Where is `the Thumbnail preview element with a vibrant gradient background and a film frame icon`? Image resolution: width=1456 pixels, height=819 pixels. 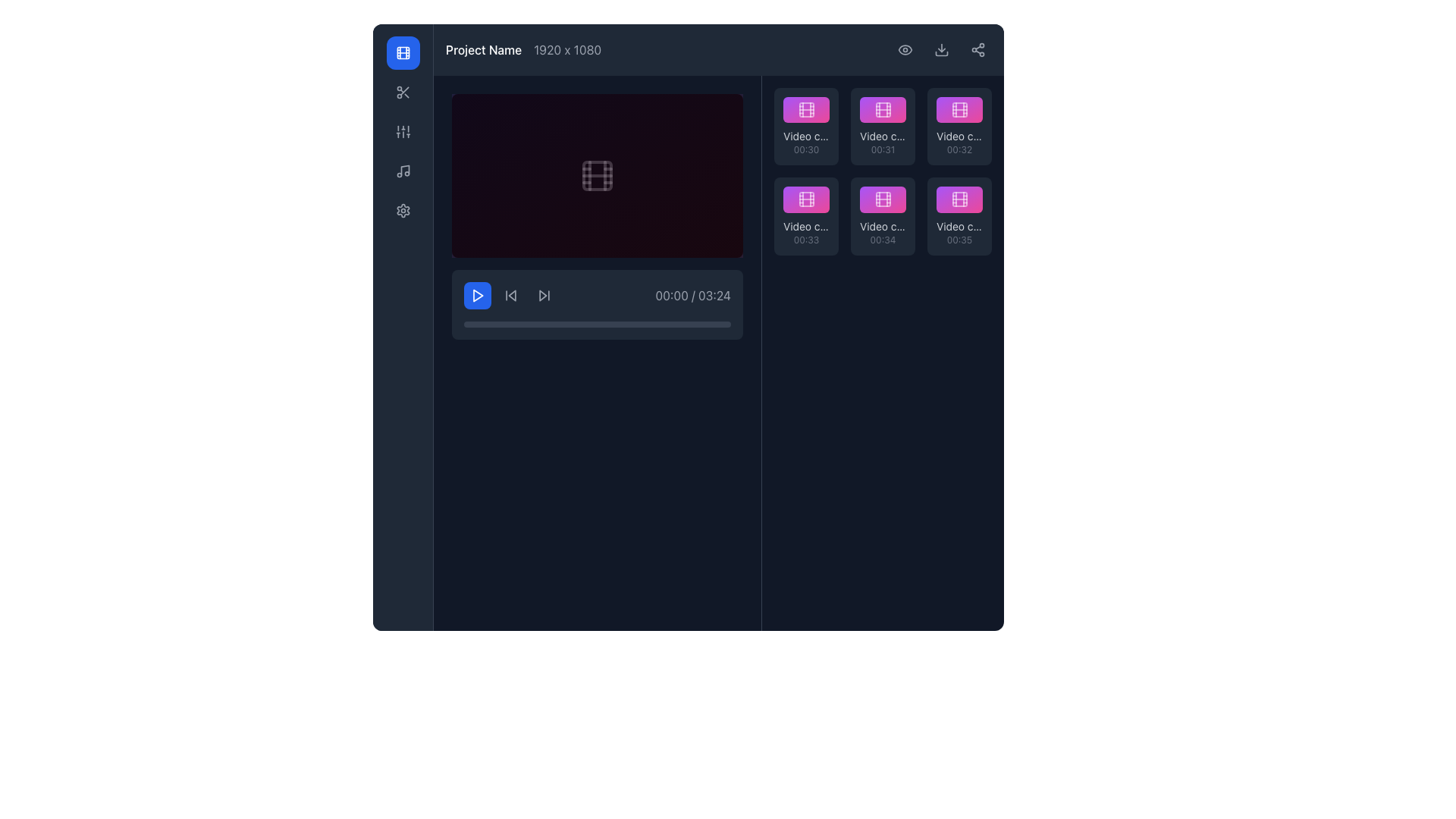
the Thumbnail preview element with a vibrant gradient background and a film frame icon is located at coordinates (959, 109).